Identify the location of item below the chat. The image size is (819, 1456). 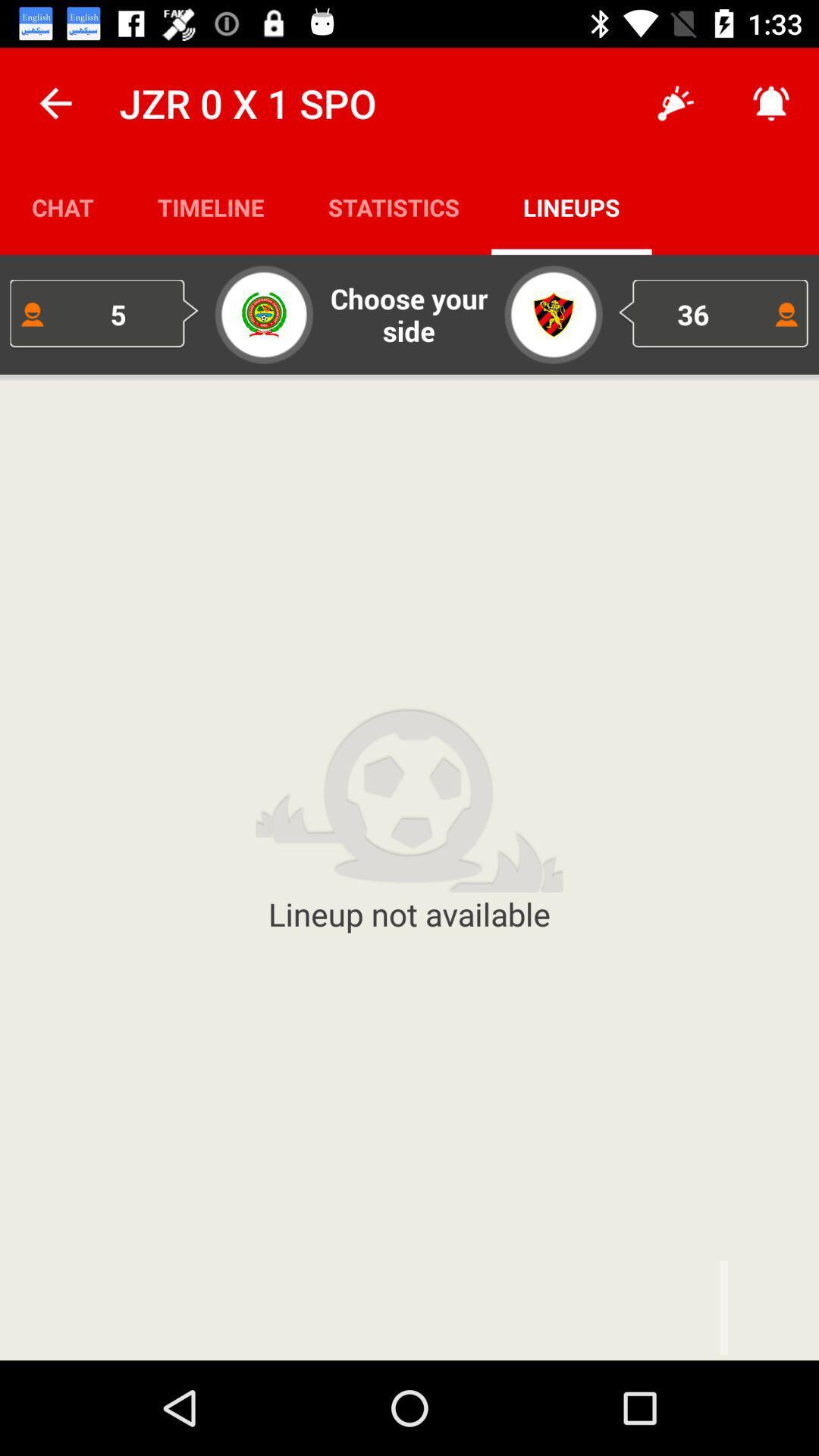
(104, 313).